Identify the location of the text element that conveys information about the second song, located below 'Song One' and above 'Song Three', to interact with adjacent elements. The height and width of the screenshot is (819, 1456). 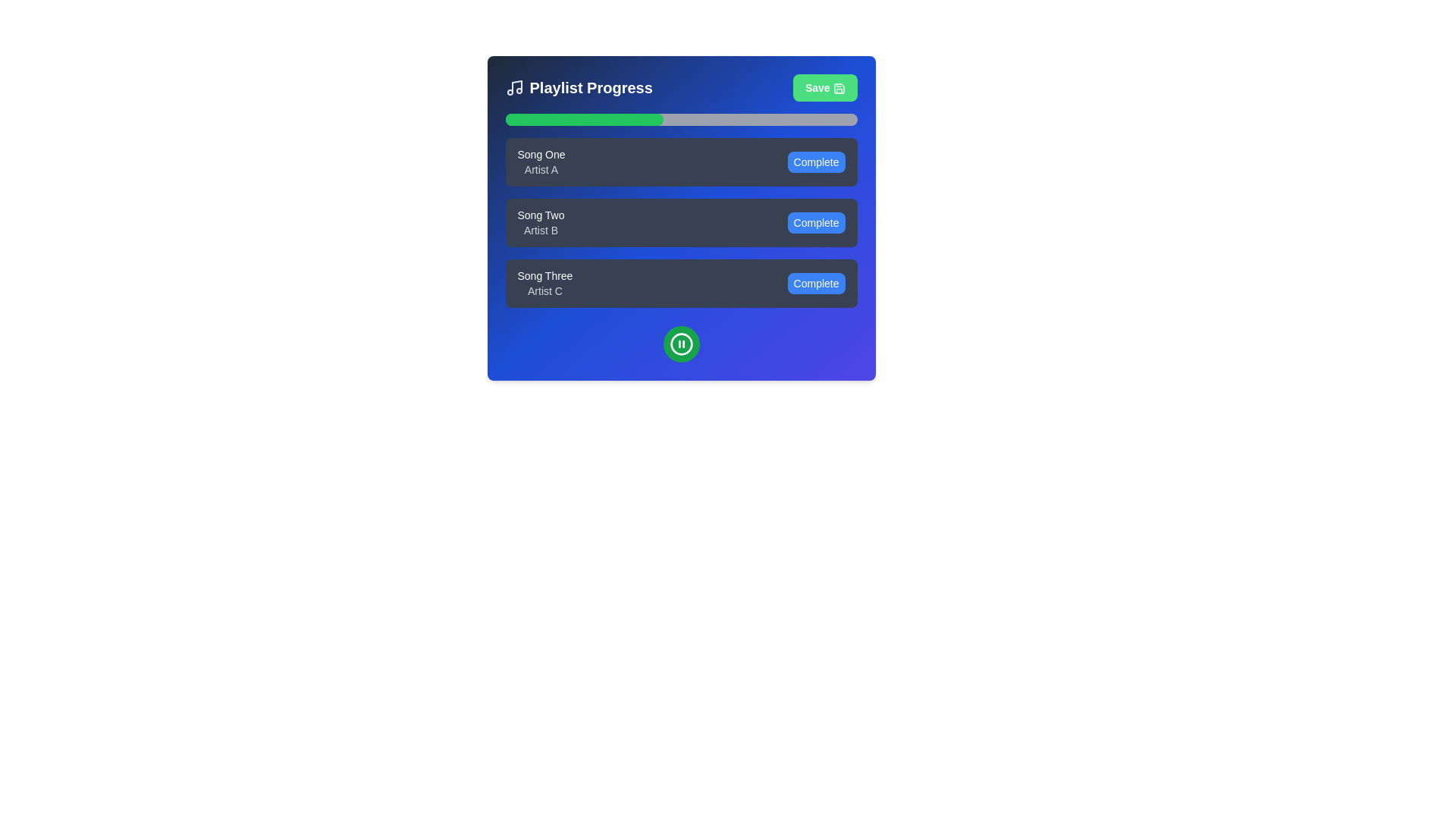
(541, 222).